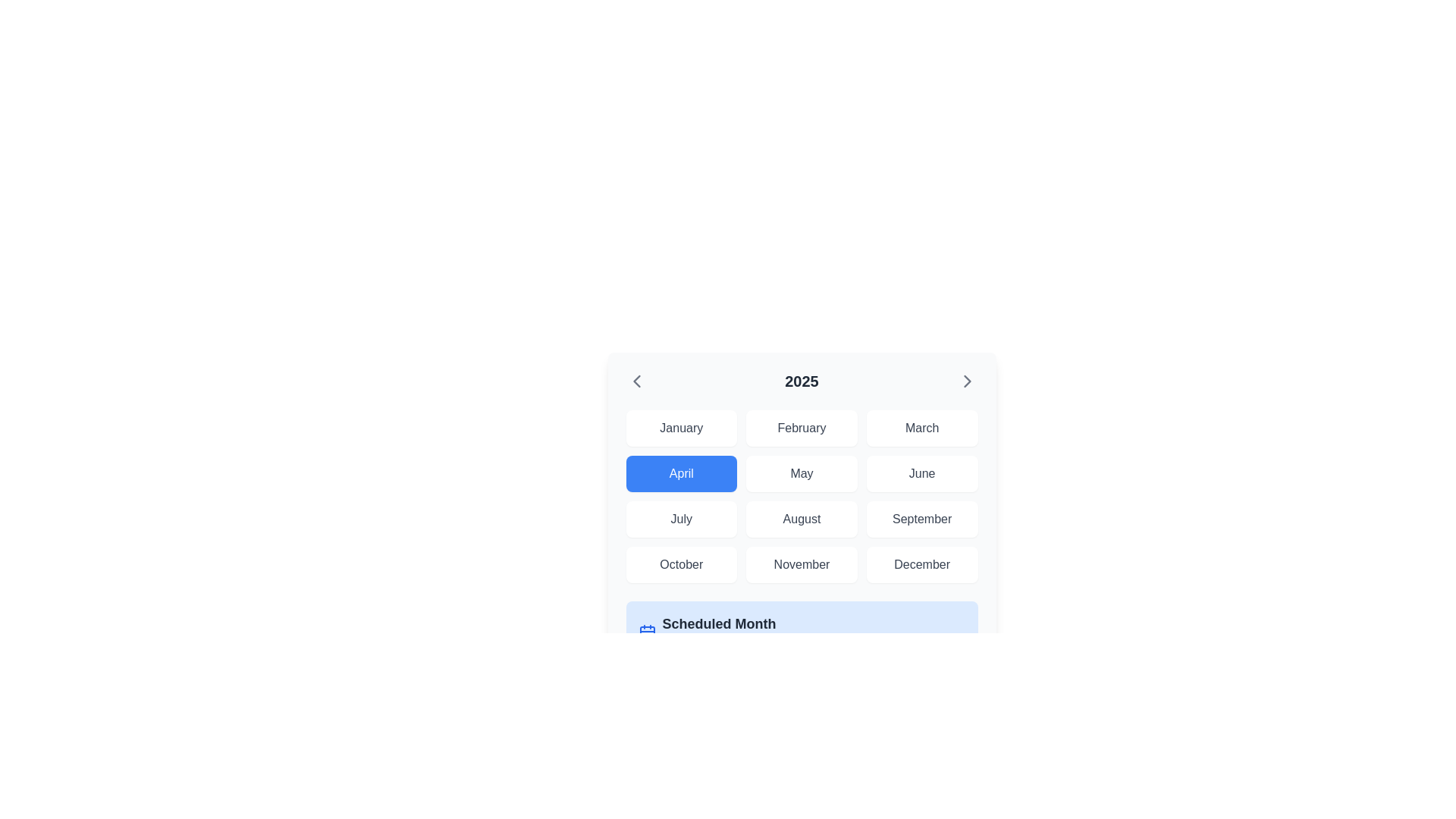 The width and height of the screenshot is (1456, 819). Describe the element at coordinates (921, 564) in the screenshot. I see `the 'December' button, which is the 12th button in a grid of month buttons, located at the bottom-right corner of the grid adjacent to the 'November' button` at that location.